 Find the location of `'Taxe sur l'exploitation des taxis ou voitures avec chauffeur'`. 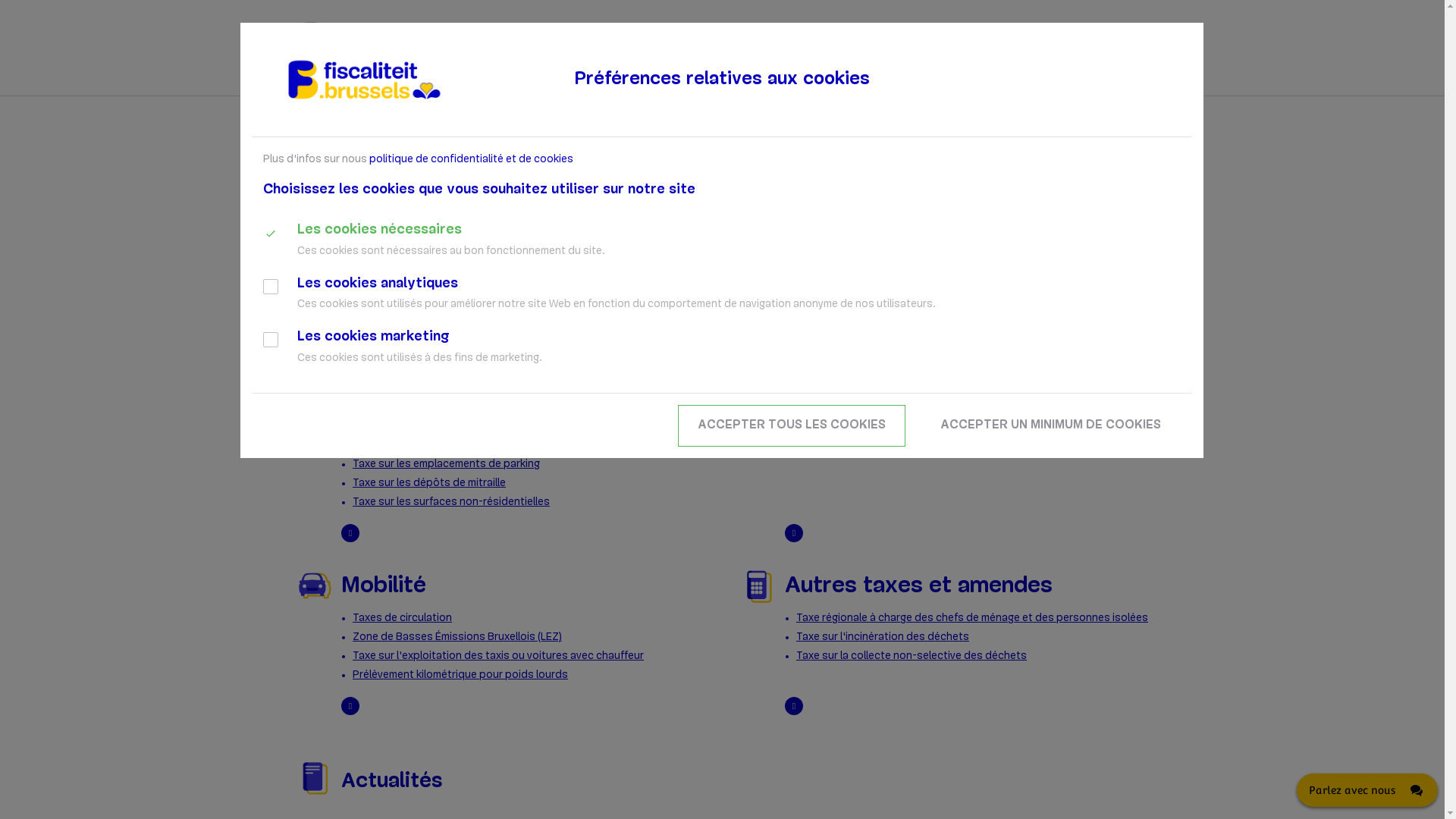

'Taxe sur l'exploitation des taxis ou voitures avec chauffeur' is located at coordinates (498, 655).